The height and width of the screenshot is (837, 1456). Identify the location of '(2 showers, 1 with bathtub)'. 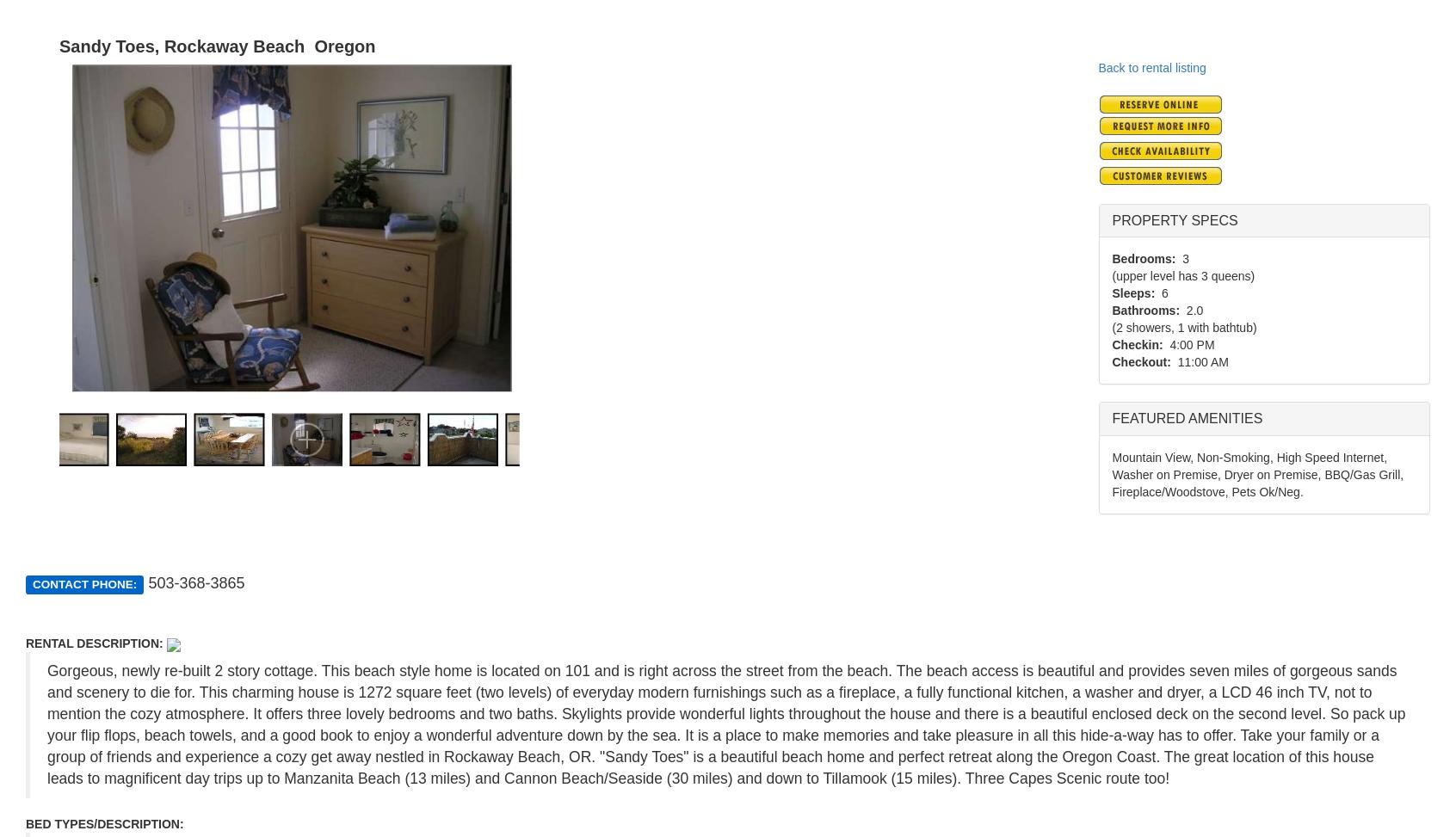
(1183, 327).